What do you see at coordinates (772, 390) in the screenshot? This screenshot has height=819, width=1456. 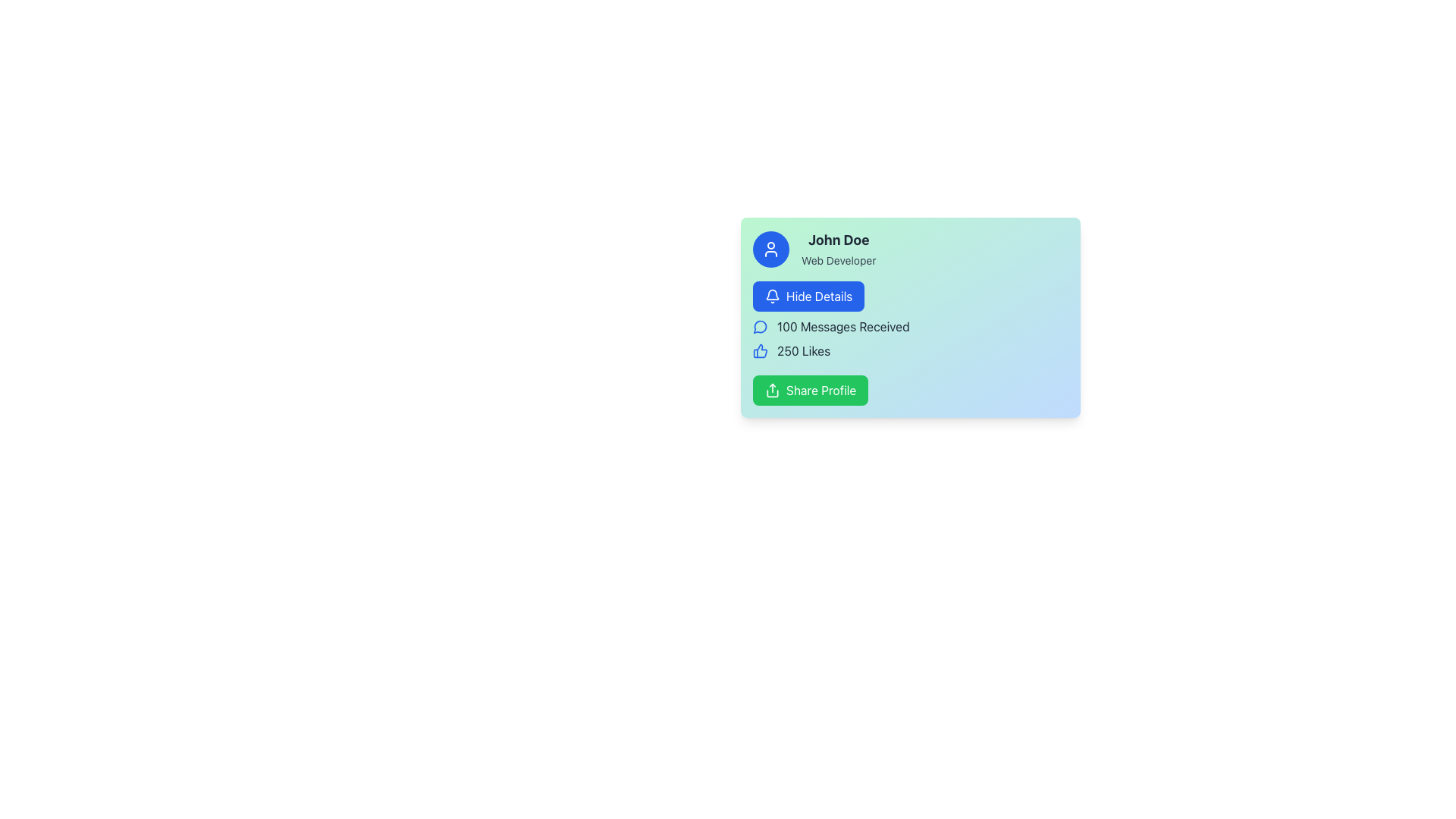 I see `the 'share' icon with a green background and white strokes, located within the 'Share Profile' button at the bottom-right corner of the user profile card` at bounding box center [772, 390].